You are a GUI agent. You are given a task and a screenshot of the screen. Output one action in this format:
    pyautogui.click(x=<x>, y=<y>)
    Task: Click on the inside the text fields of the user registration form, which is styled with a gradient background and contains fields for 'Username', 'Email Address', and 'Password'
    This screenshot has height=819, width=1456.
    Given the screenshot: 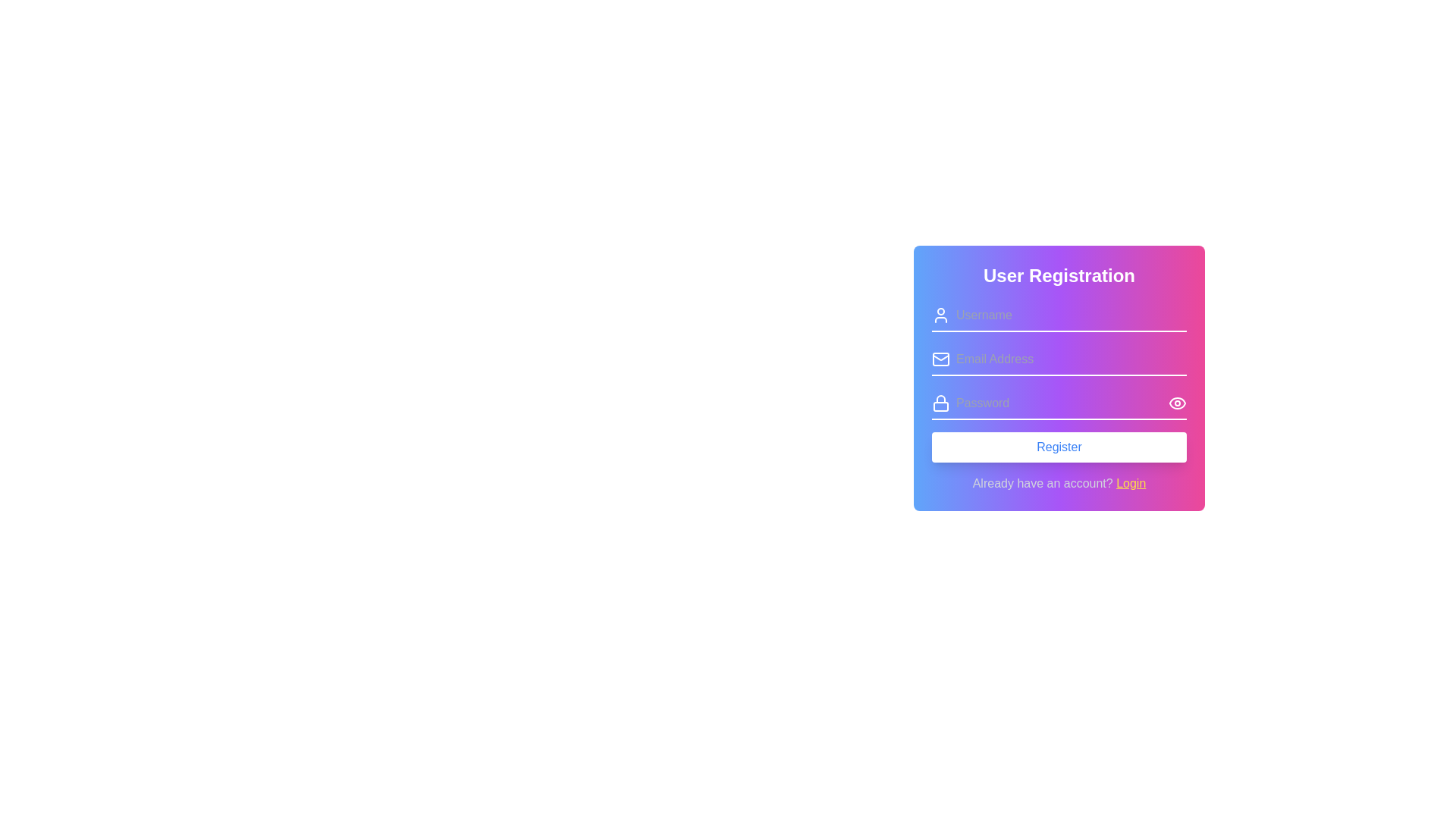 What is the action you would take?
    pyautogui.click(x=1058, y=380)
    